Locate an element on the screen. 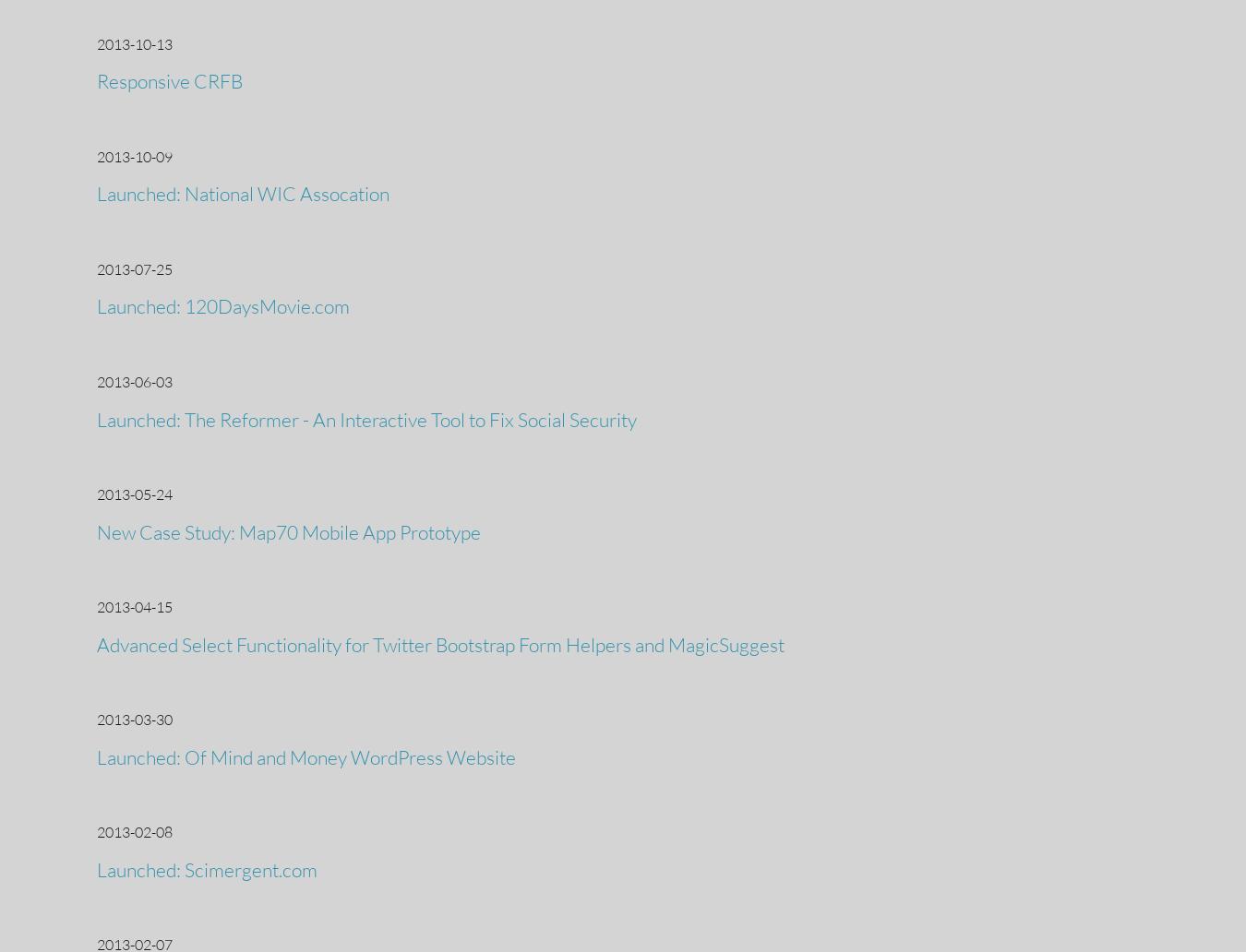 Image resolution: width=1246 pixels, height=952 pixels. 'New Case Study: Map70 Mobile App Prototype' is located at coordinates (288, 530).